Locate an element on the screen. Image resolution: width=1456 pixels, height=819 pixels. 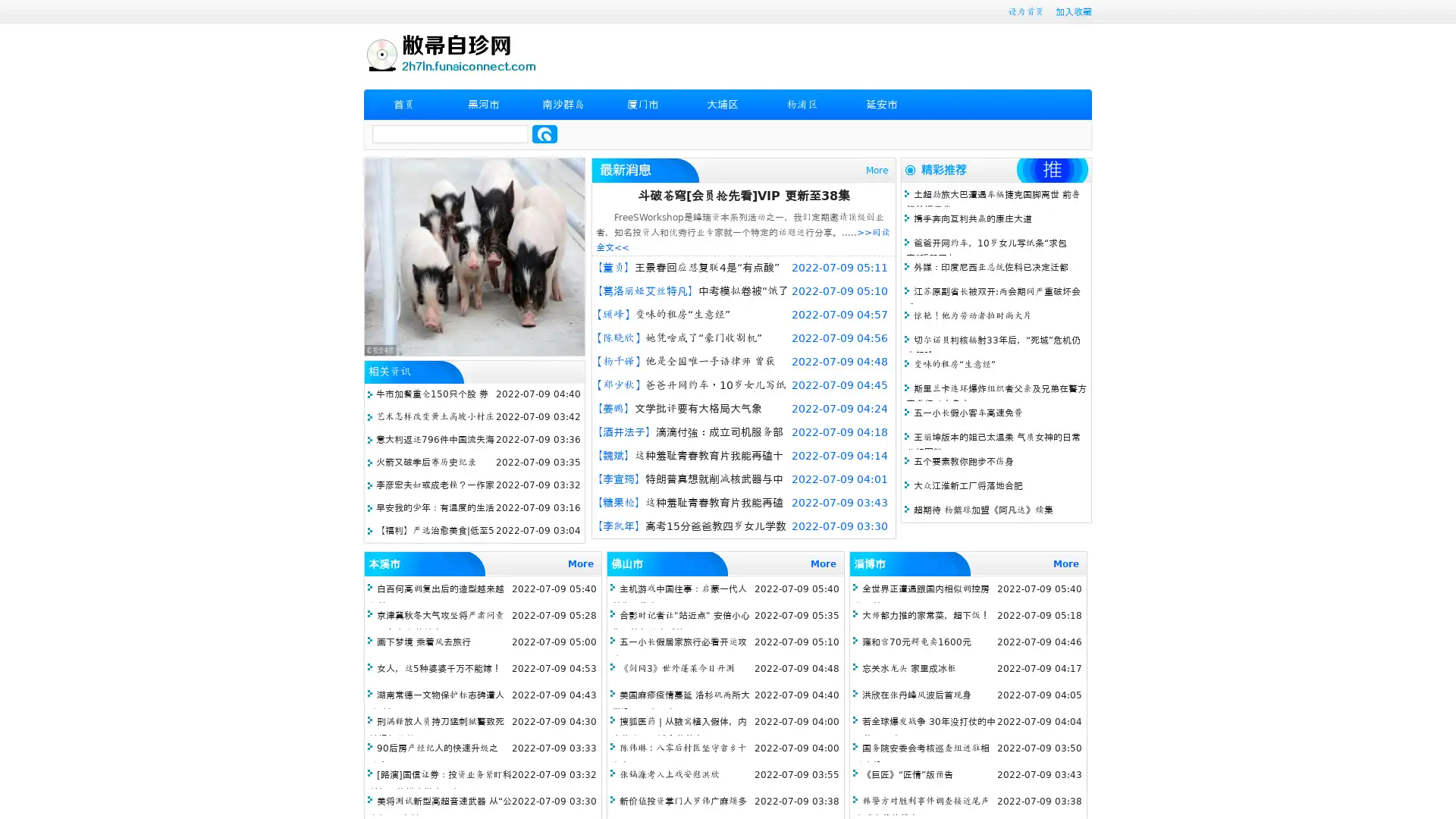
Search is located at coordinates (544, 133).